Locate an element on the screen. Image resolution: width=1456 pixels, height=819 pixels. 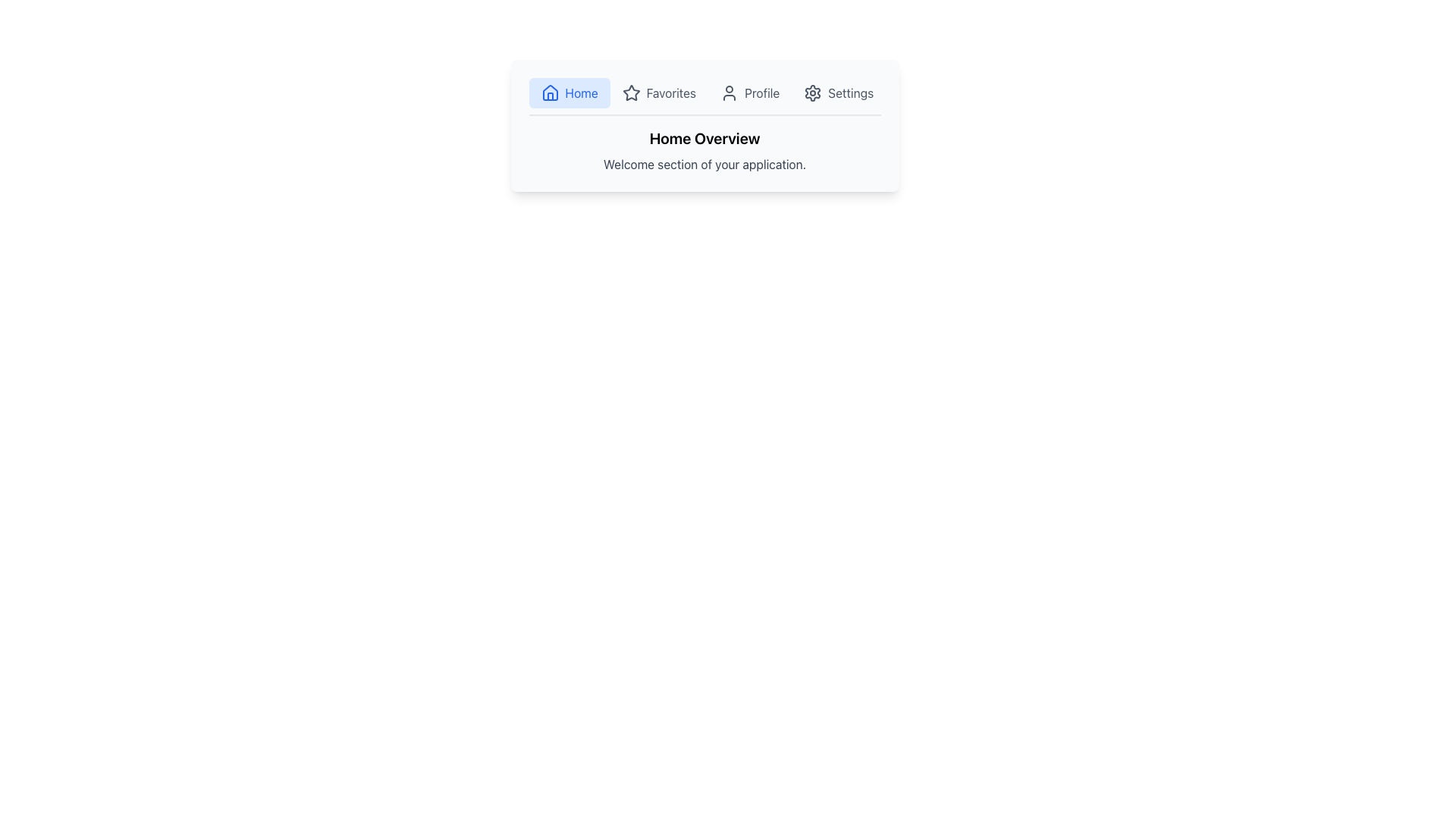
the 'Home' text label located to the immediate right of the house icon in the navigation menu is located at coordinates (581, 93).